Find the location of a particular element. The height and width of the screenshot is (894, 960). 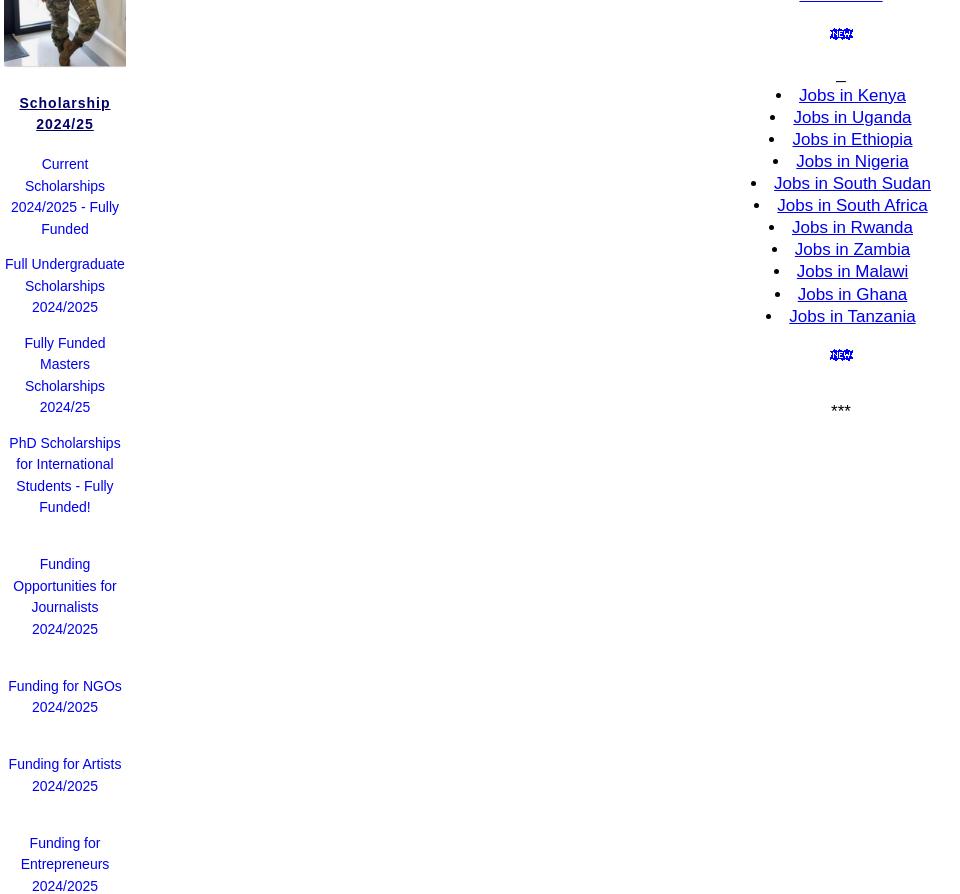

'_' is located at coordinates (835, 72).